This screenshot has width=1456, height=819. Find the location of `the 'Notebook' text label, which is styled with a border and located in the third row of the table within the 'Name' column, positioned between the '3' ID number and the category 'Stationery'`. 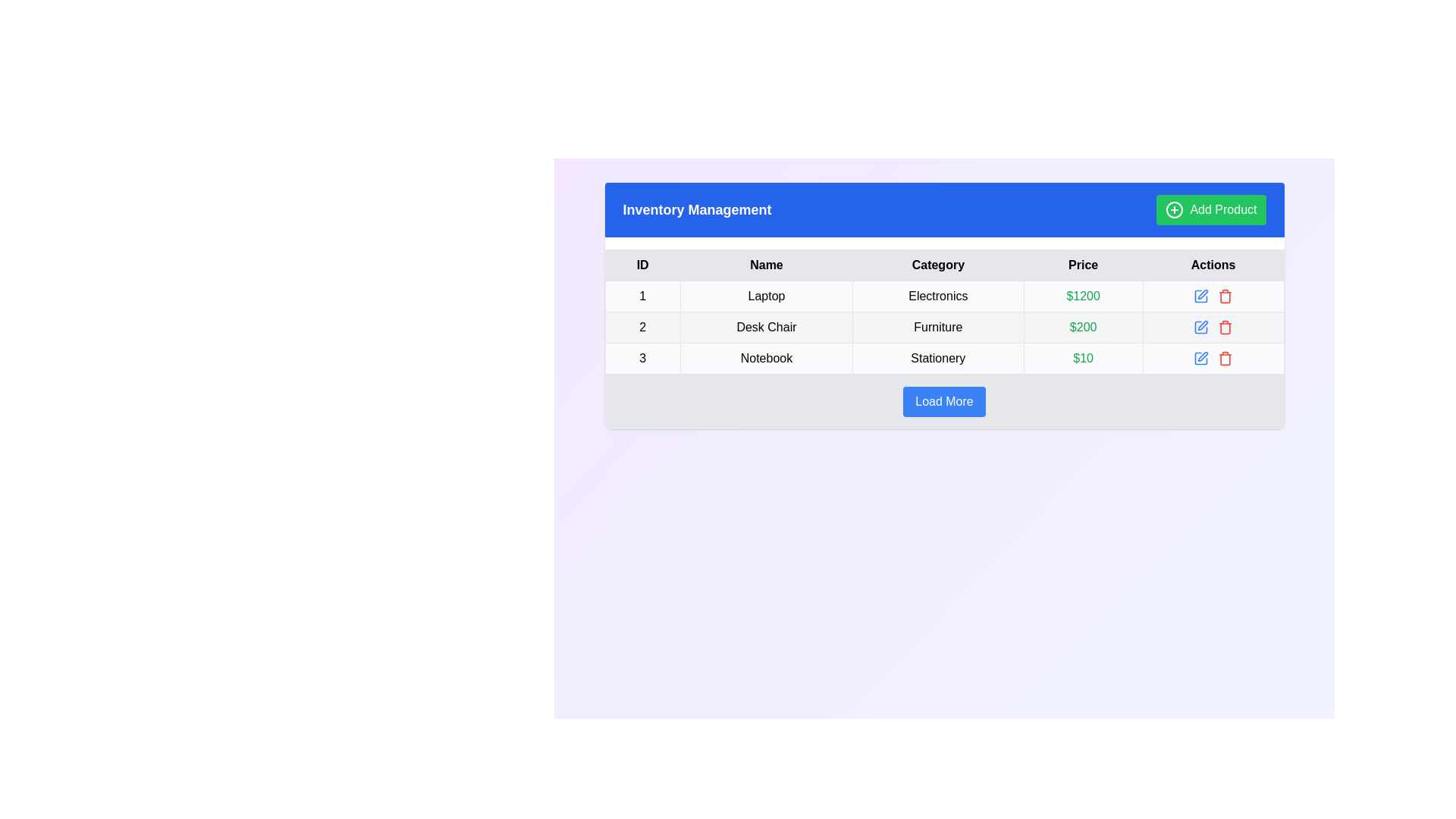

the 'Notebook' text label, which is styled with a border and located in the third row of the table within the 'Name' column, positioned between the '3' ID number and the category 'Stationery' is located at coordinates (766, 359).